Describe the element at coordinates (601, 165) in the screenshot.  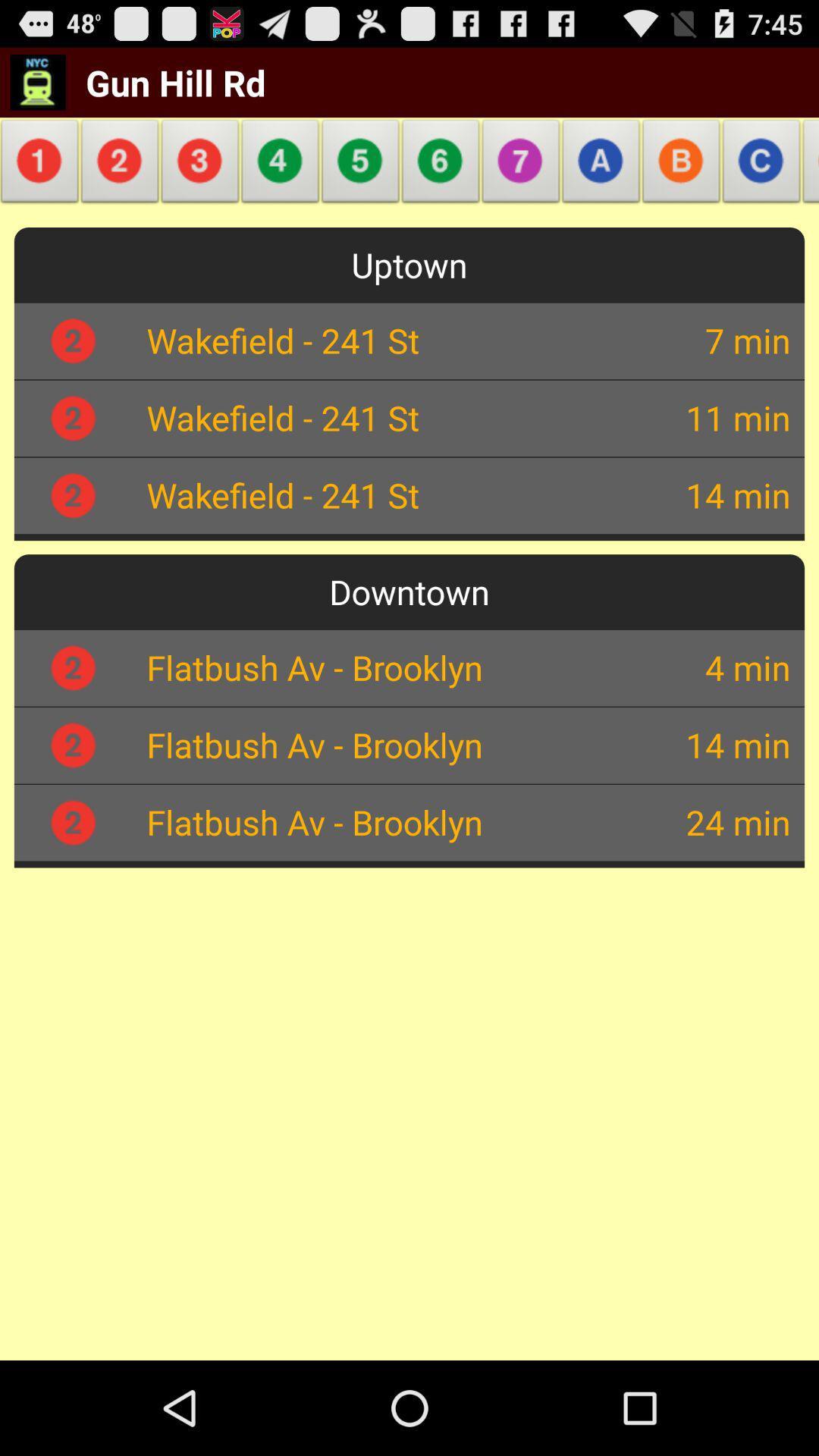
I see `the app above the uptown icon` at that location.